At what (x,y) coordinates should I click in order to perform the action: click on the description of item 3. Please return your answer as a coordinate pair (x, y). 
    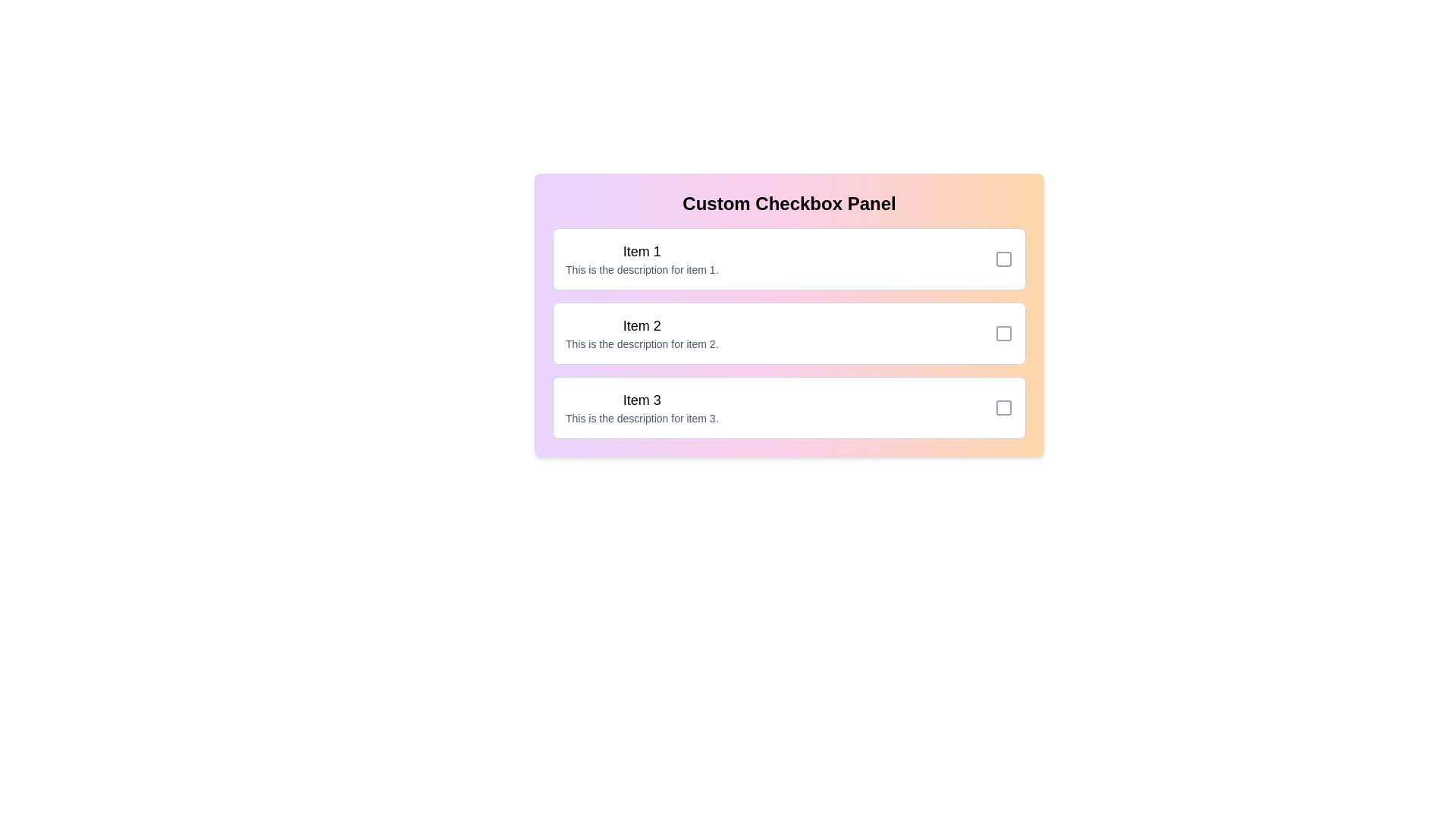
    Looking at the image, I should click on (642, 418).